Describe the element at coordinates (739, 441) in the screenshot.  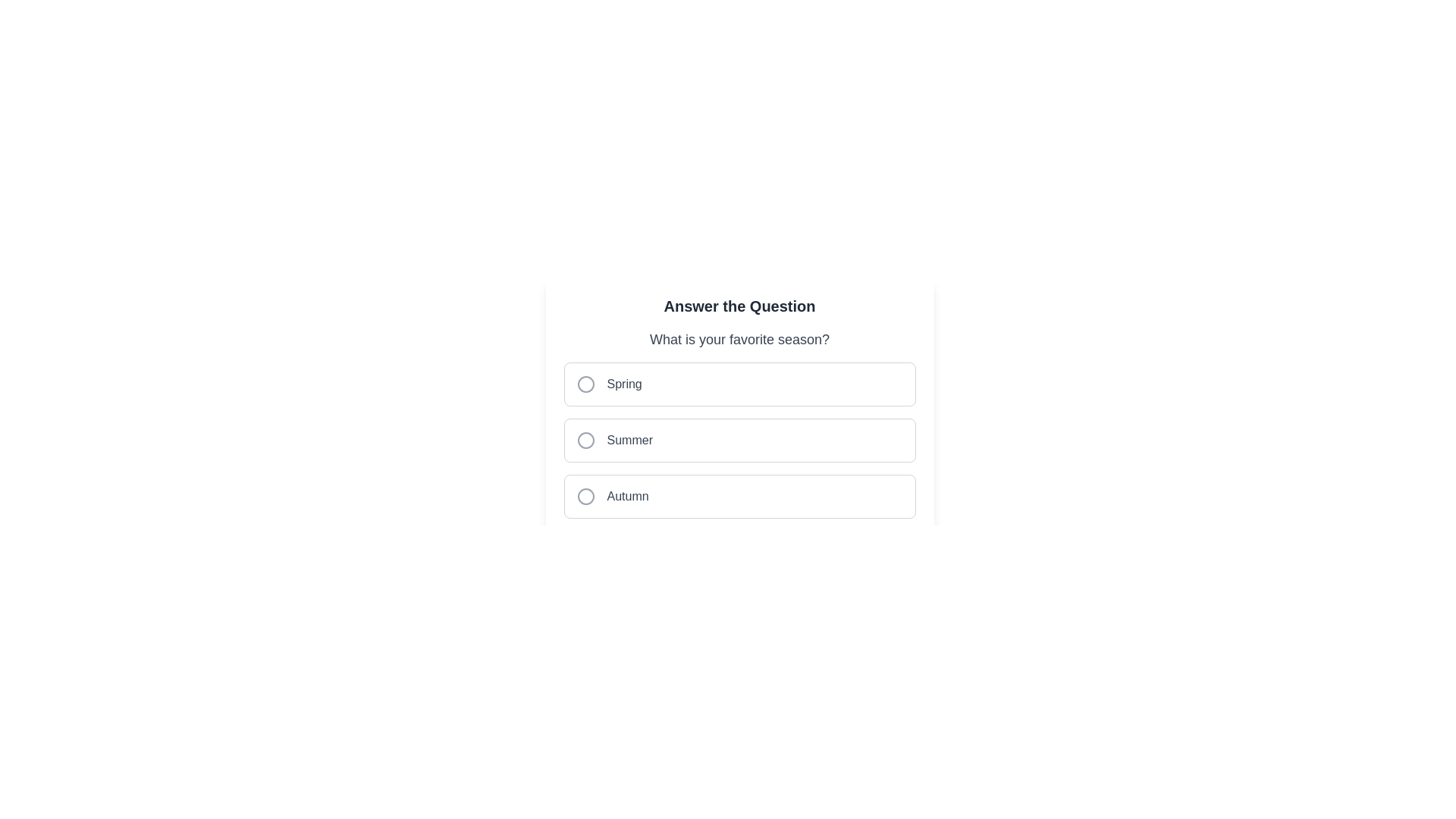
I see `the 'Summer' radio button option` at that location.